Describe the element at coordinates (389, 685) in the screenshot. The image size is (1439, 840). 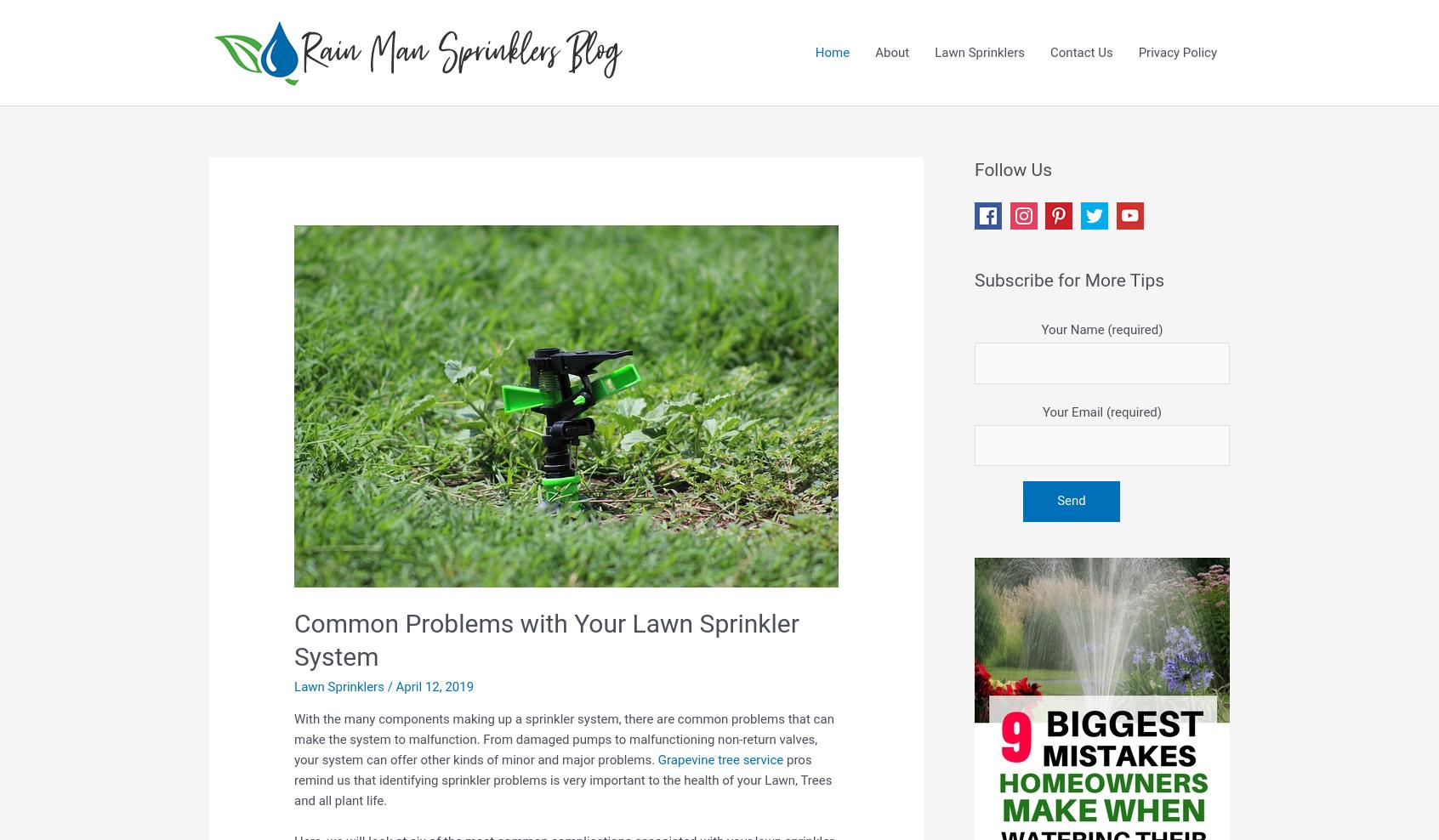
I see `'/'` at that location.